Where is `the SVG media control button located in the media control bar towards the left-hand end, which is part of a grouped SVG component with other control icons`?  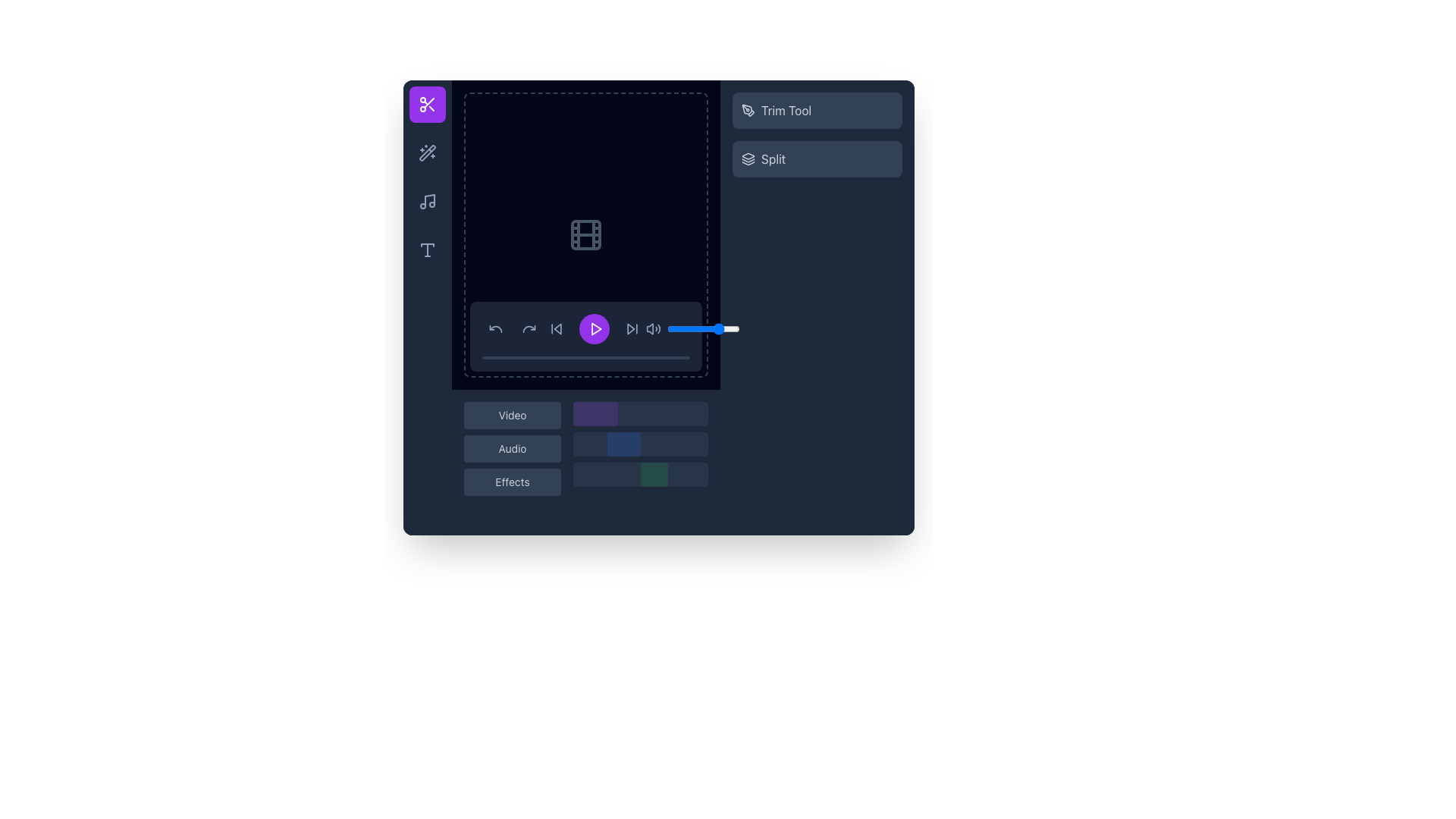 the SVG media control button located in the media control bar towards the left-hand end, which is part of a grouped SVG component with other control icons is located at coordinates (557, 328).